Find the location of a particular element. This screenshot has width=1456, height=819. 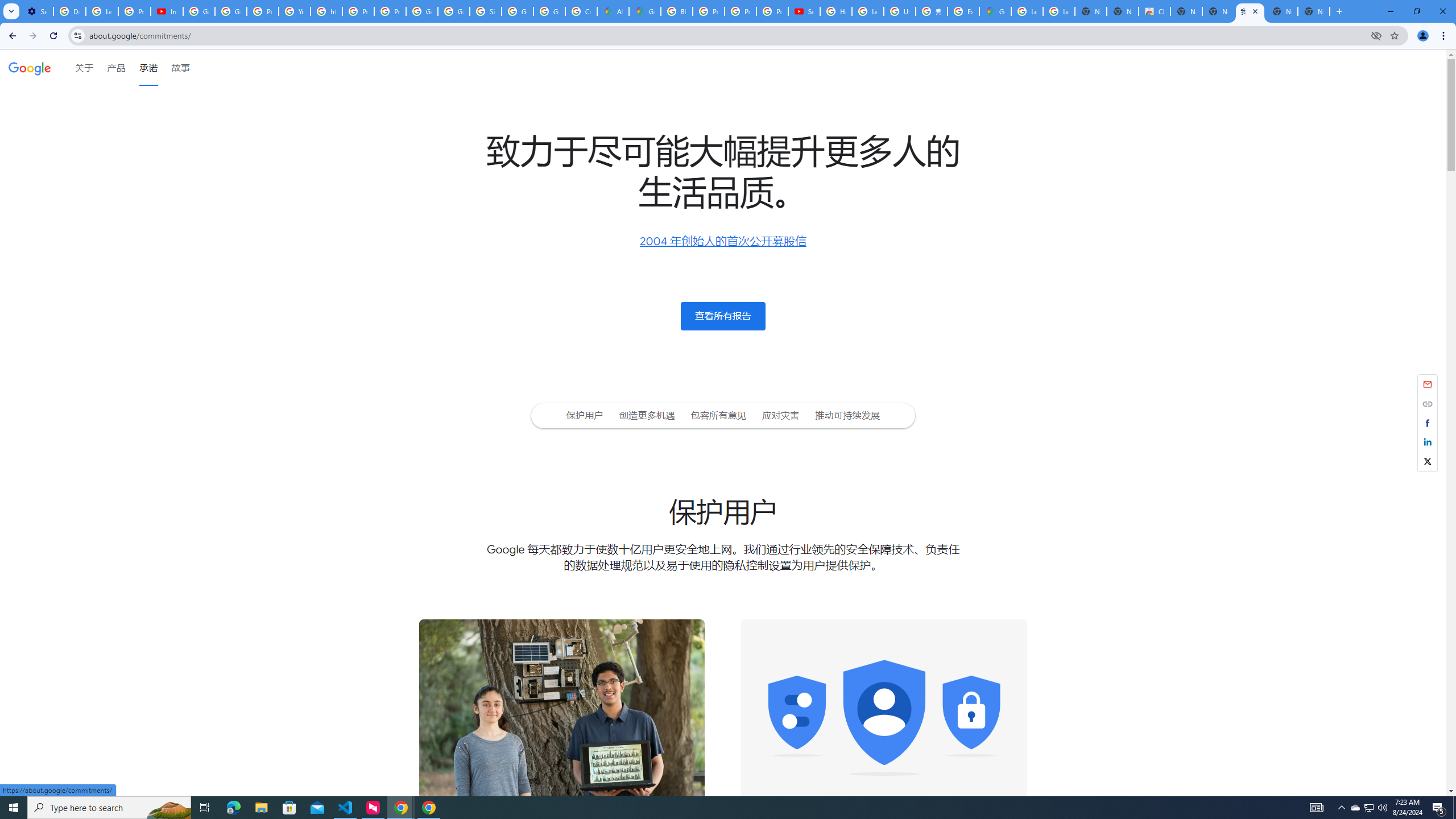

'New Tab' is located at coordinates (1314, 11).